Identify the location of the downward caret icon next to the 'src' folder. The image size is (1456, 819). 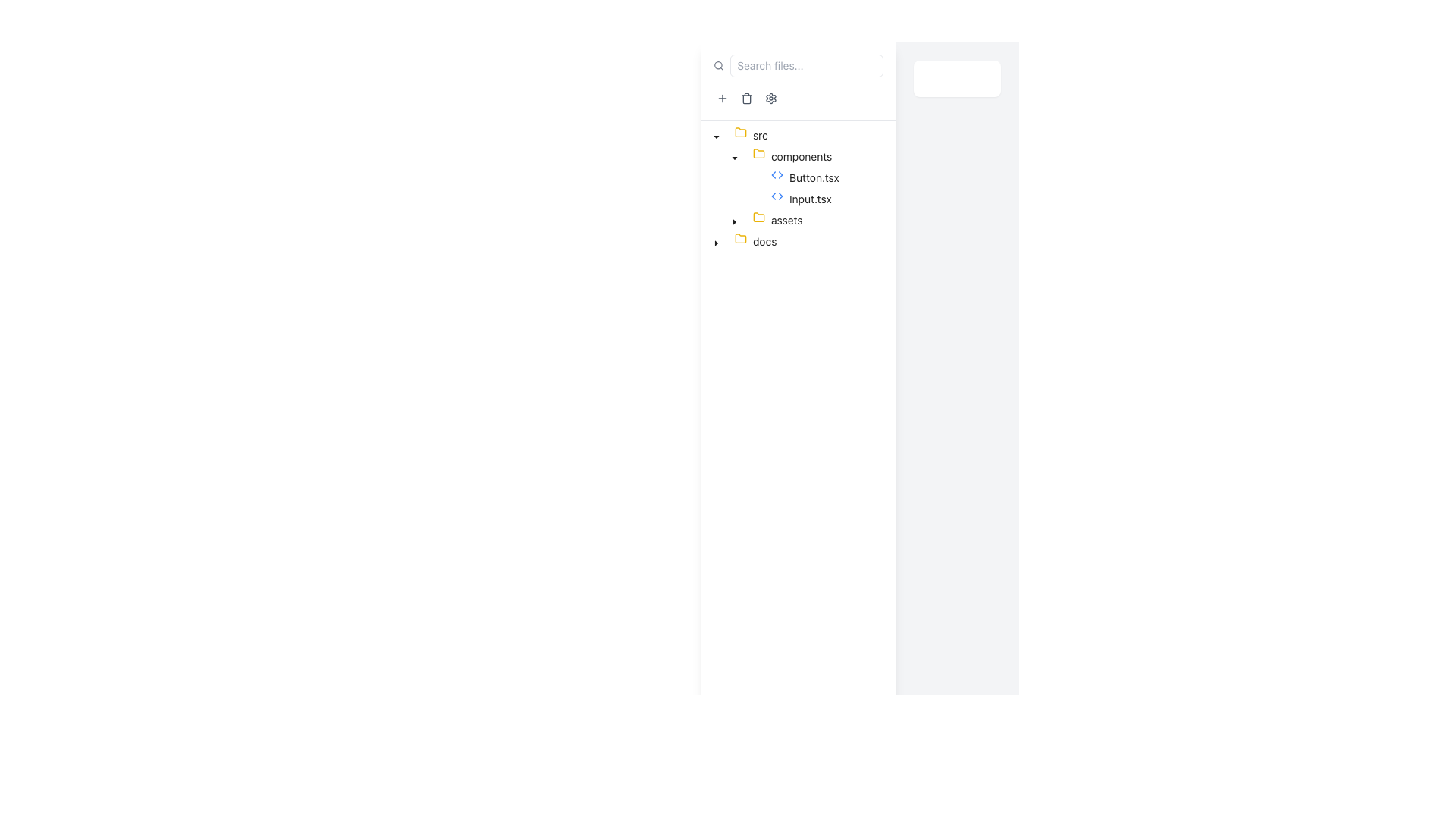
(716, 137).